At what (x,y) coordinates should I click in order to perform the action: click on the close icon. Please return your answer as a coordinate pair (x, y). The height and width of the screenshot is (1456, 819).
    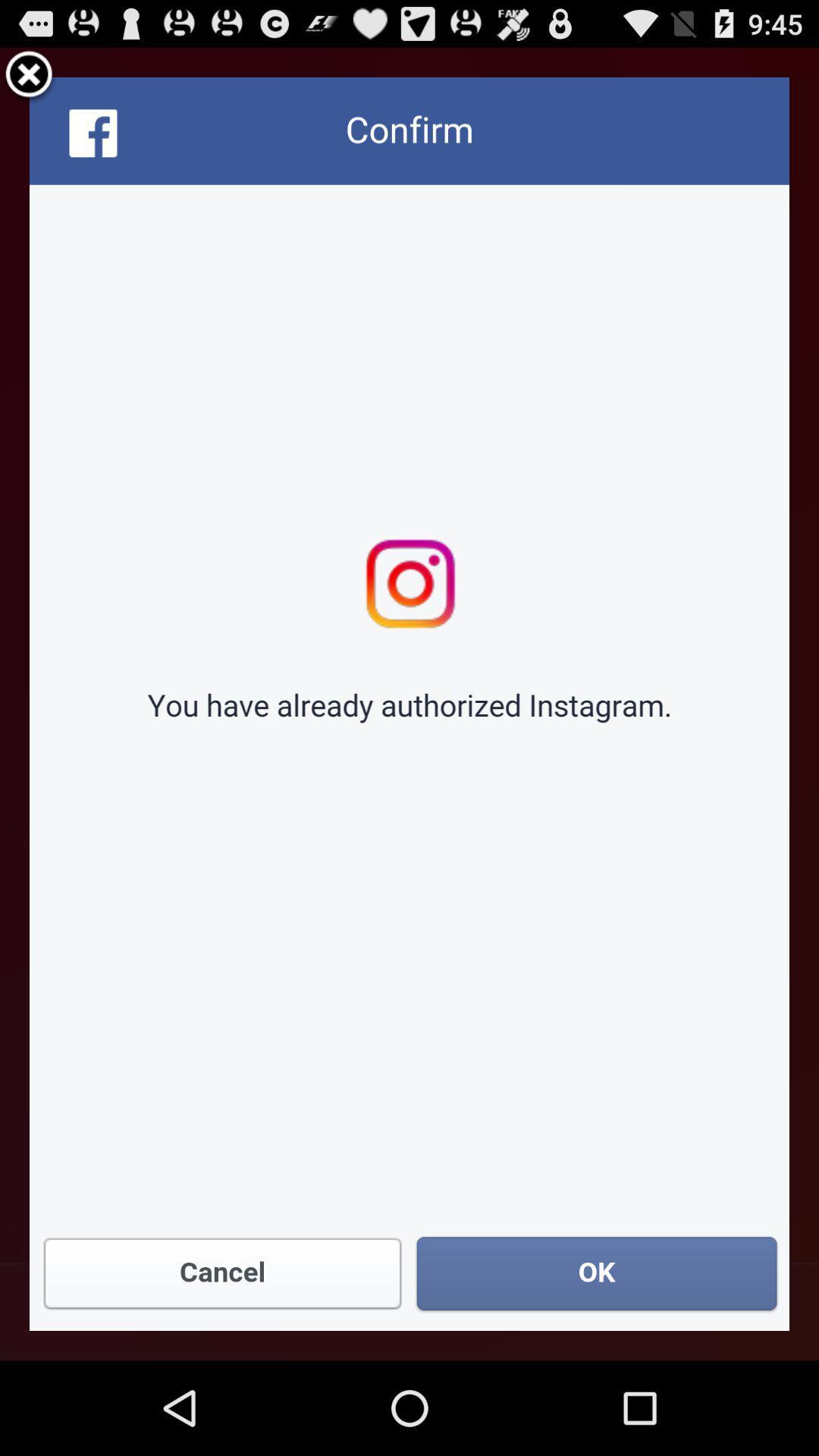
    Looking at the image, I should click on (29, 81).